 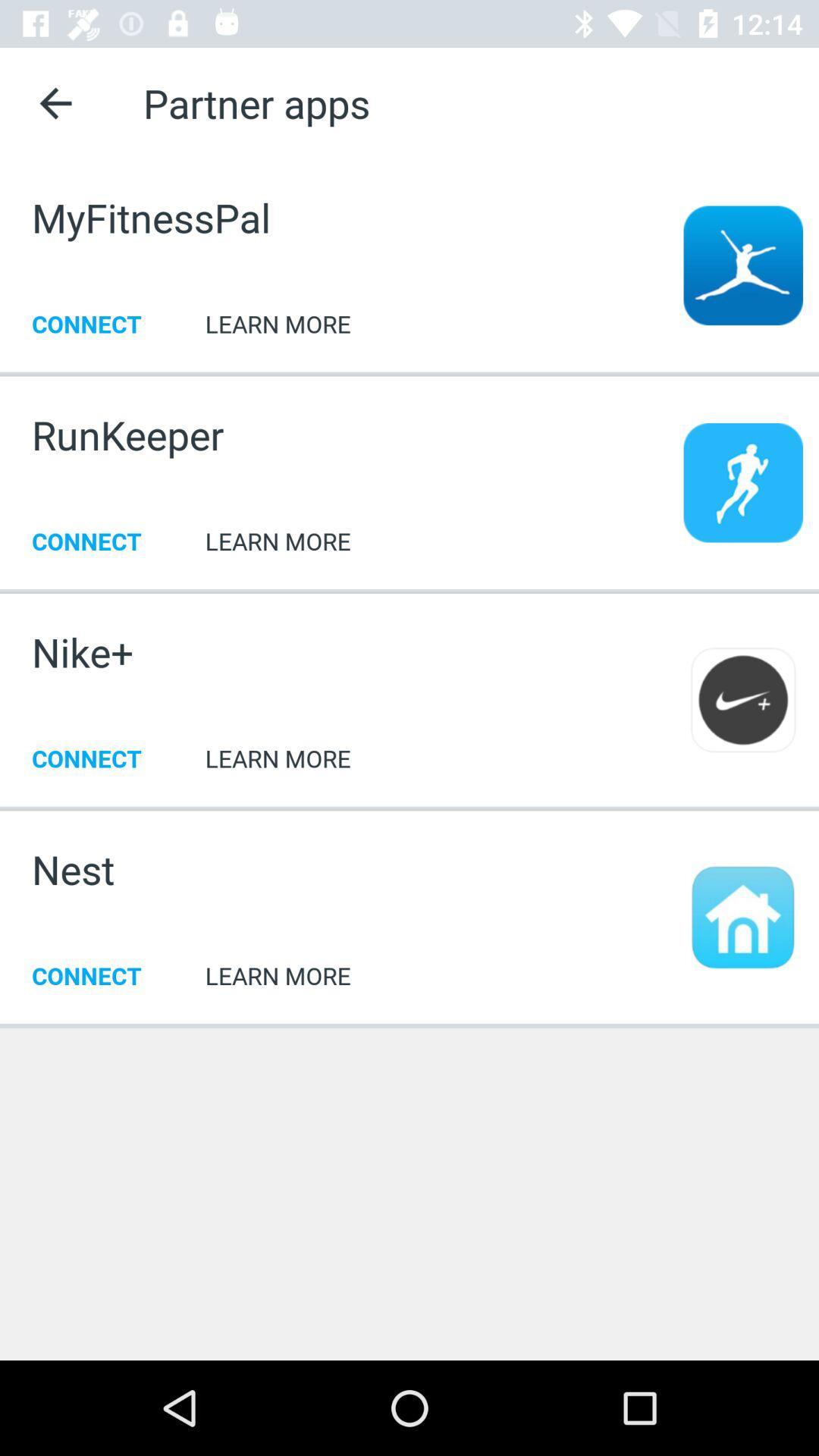 I want to click on icon to the left of the partner apps, so click(x=55, y=102).